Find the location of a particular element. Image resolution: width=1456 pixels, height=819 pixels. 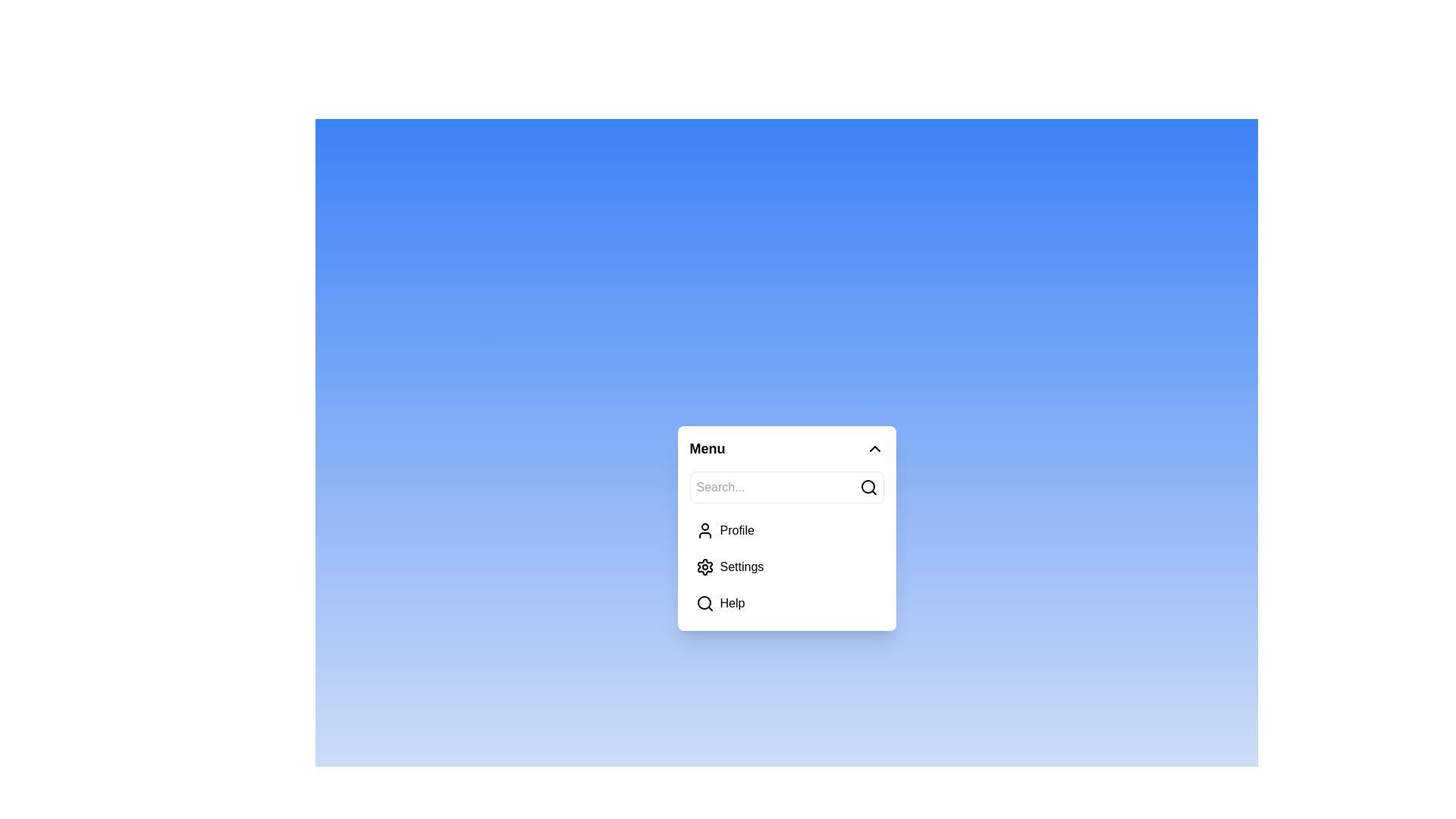

the menu item corresponding to Profile is located at coordinates (704, 529).